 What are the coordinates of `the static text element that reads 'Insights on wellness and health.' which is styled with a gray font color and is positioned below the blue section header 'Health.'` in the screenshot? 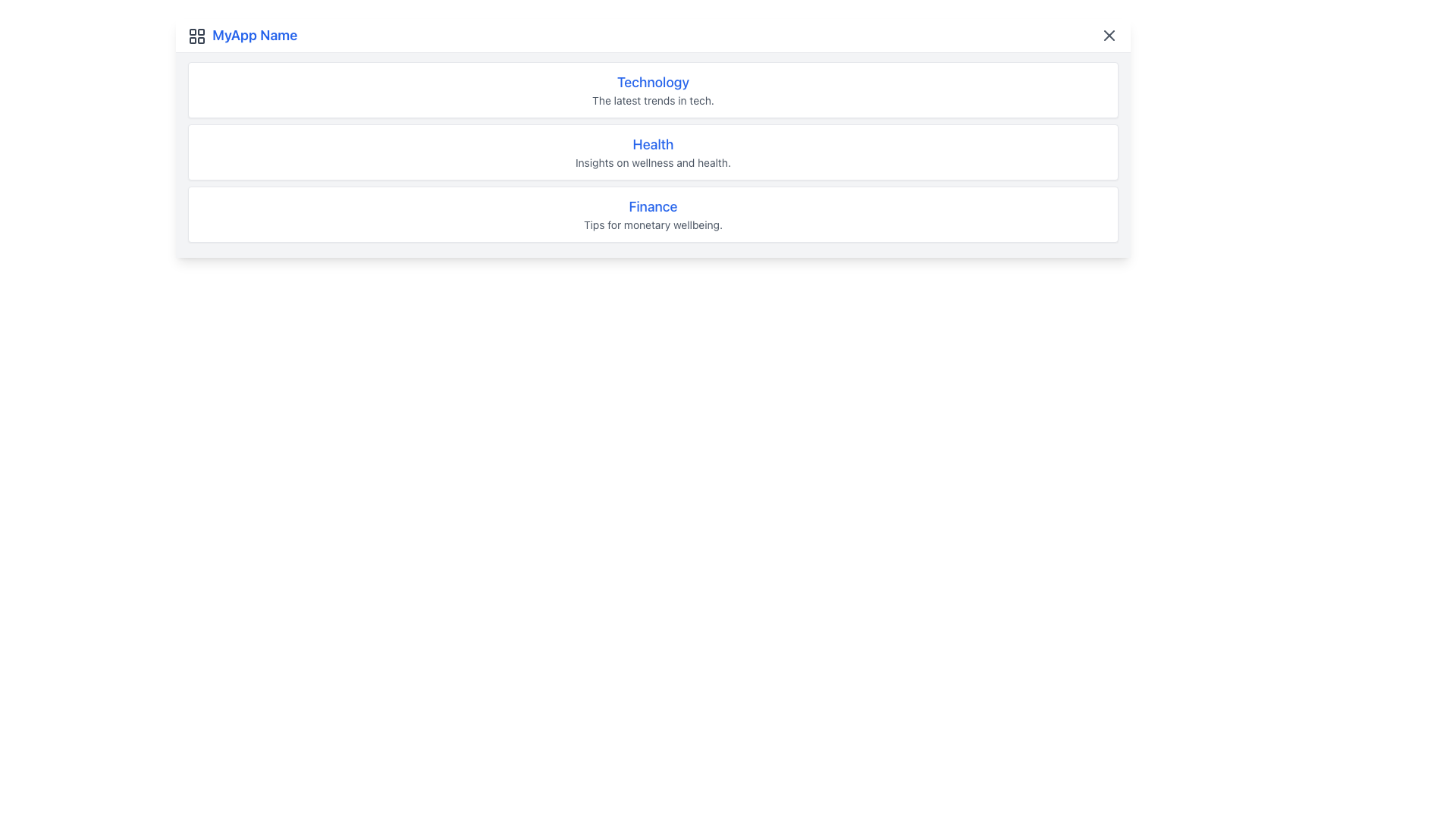 It's located at (653, 163).